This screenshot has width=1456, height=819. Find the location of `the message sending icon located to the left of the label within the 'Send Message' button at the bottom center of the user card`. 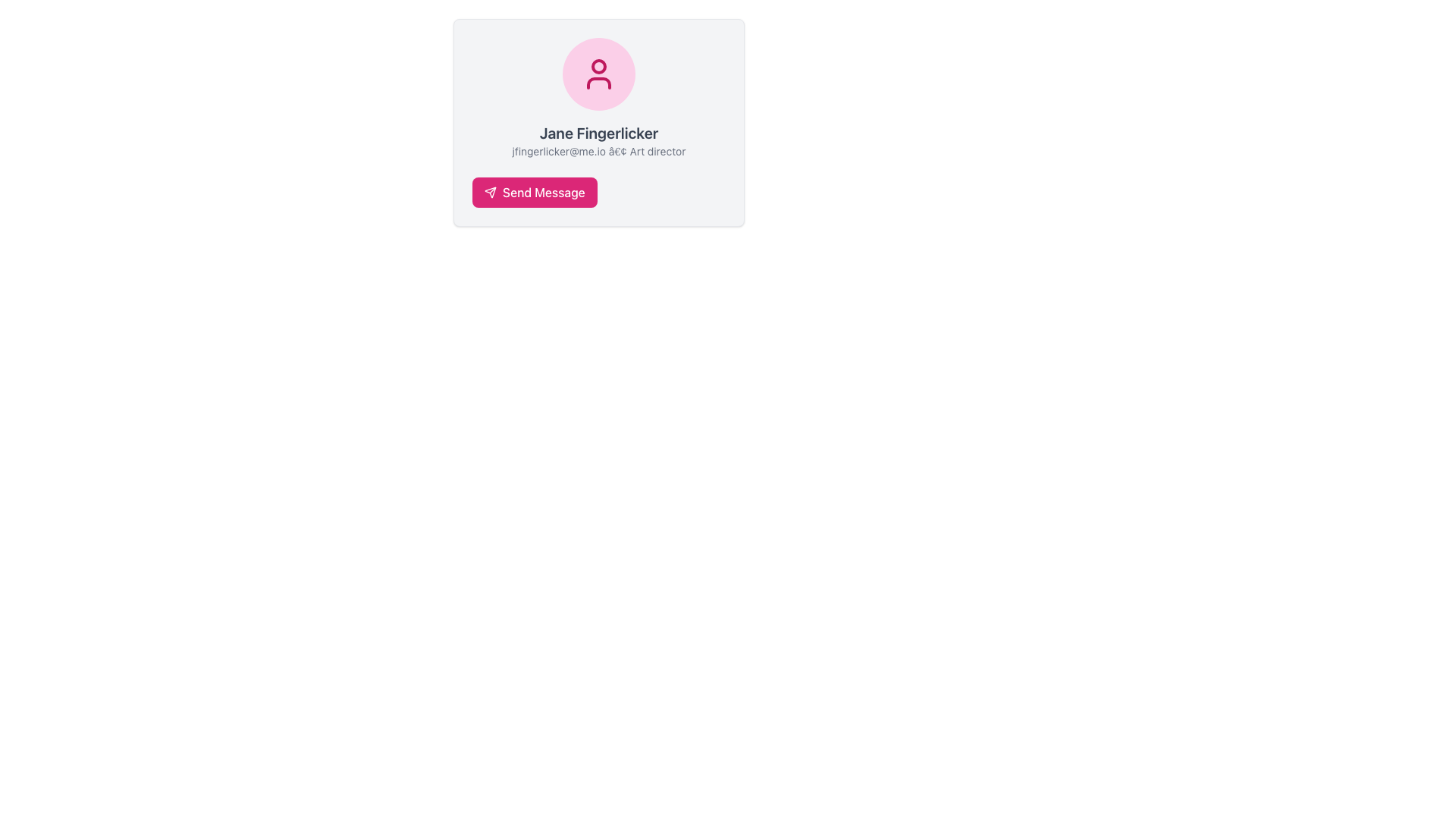

the message sending icon located to the left of the label within the 'Send Message' button at the bottom center of the user card is located at coordinates (491, 192).